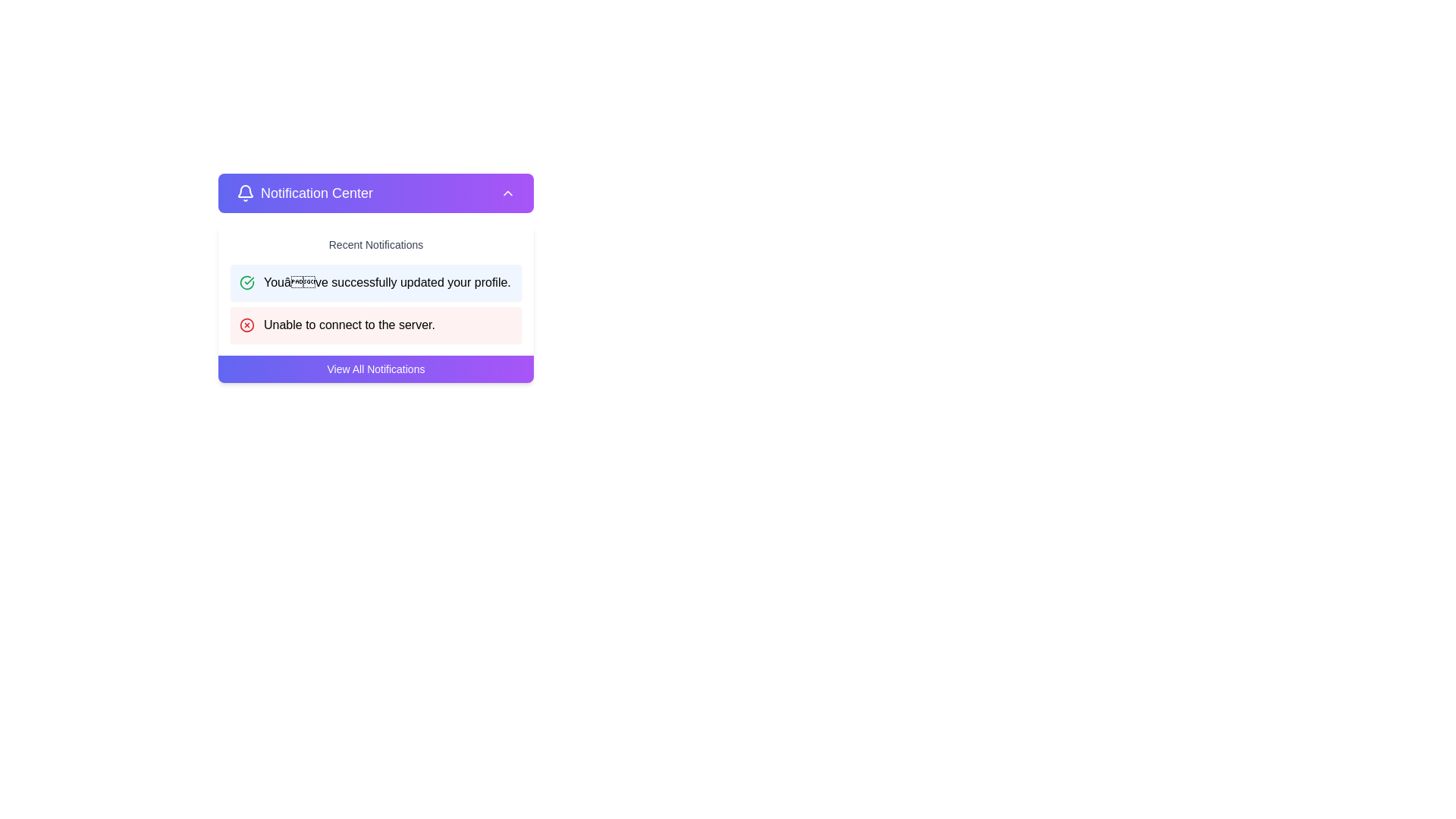  Describe the element at coordinates (348, 324) in the screenshot. I see `the notification message labeled 'Unable to connect to the server.'` at that location.